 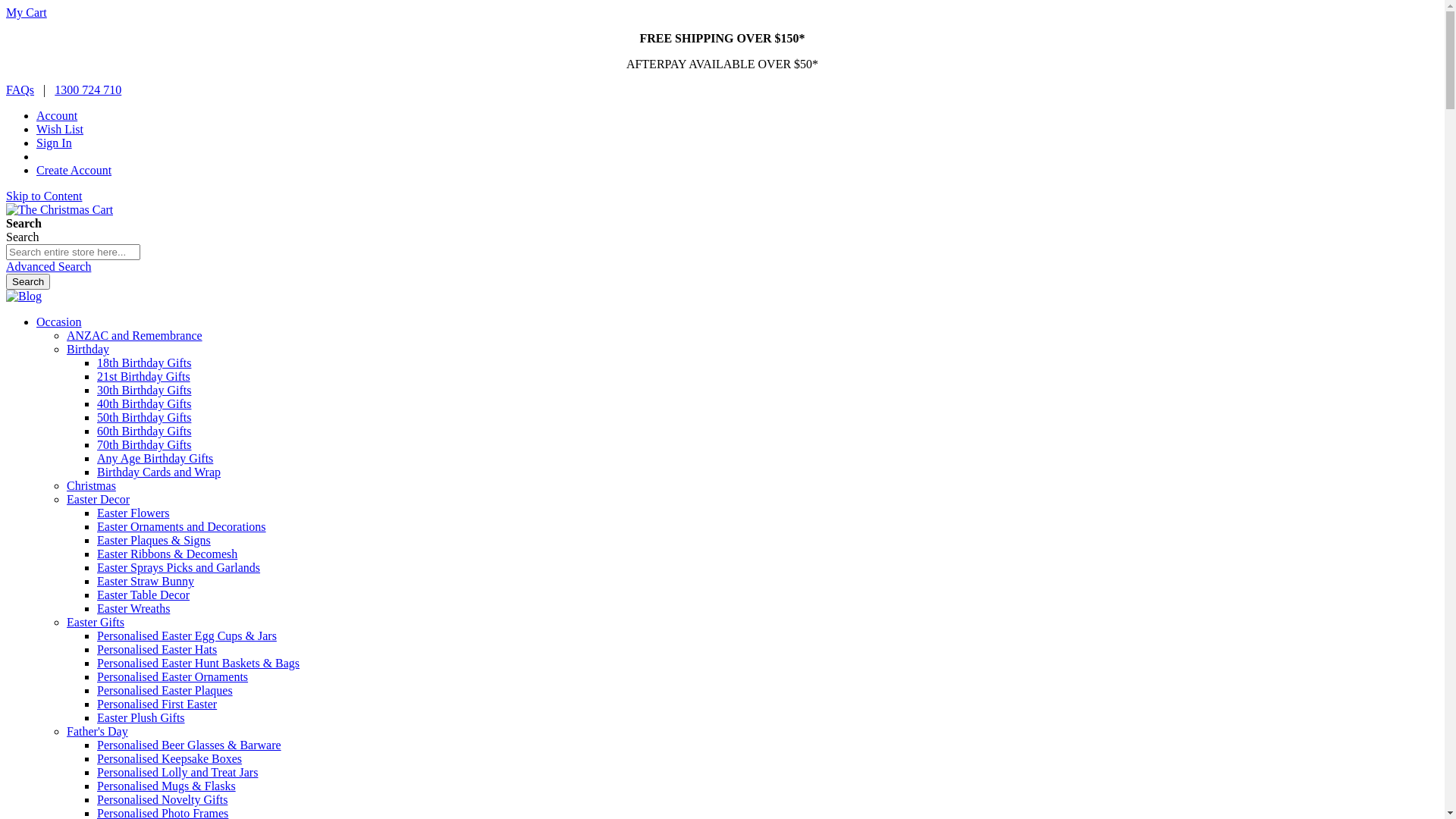 I want to click on 'Create Account', so click(x=73, y=170).